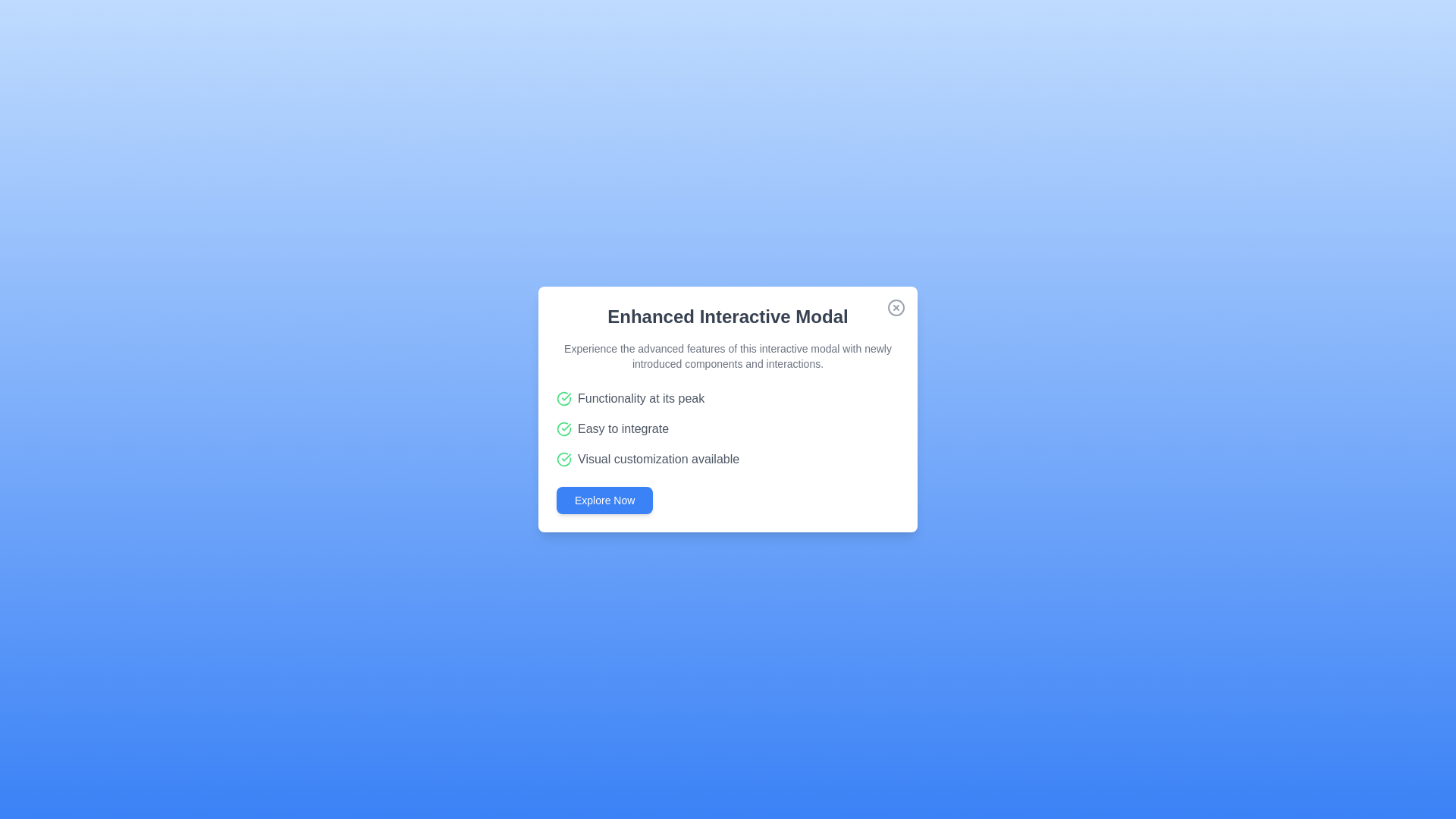 This screenshot has width=1456, height=819. Describe the element at coordinates (563, 429) in the screenshot. I see `the circular green icon with a checkmark symbol, located to the left of the text 'Easy to integrate'` at that location.